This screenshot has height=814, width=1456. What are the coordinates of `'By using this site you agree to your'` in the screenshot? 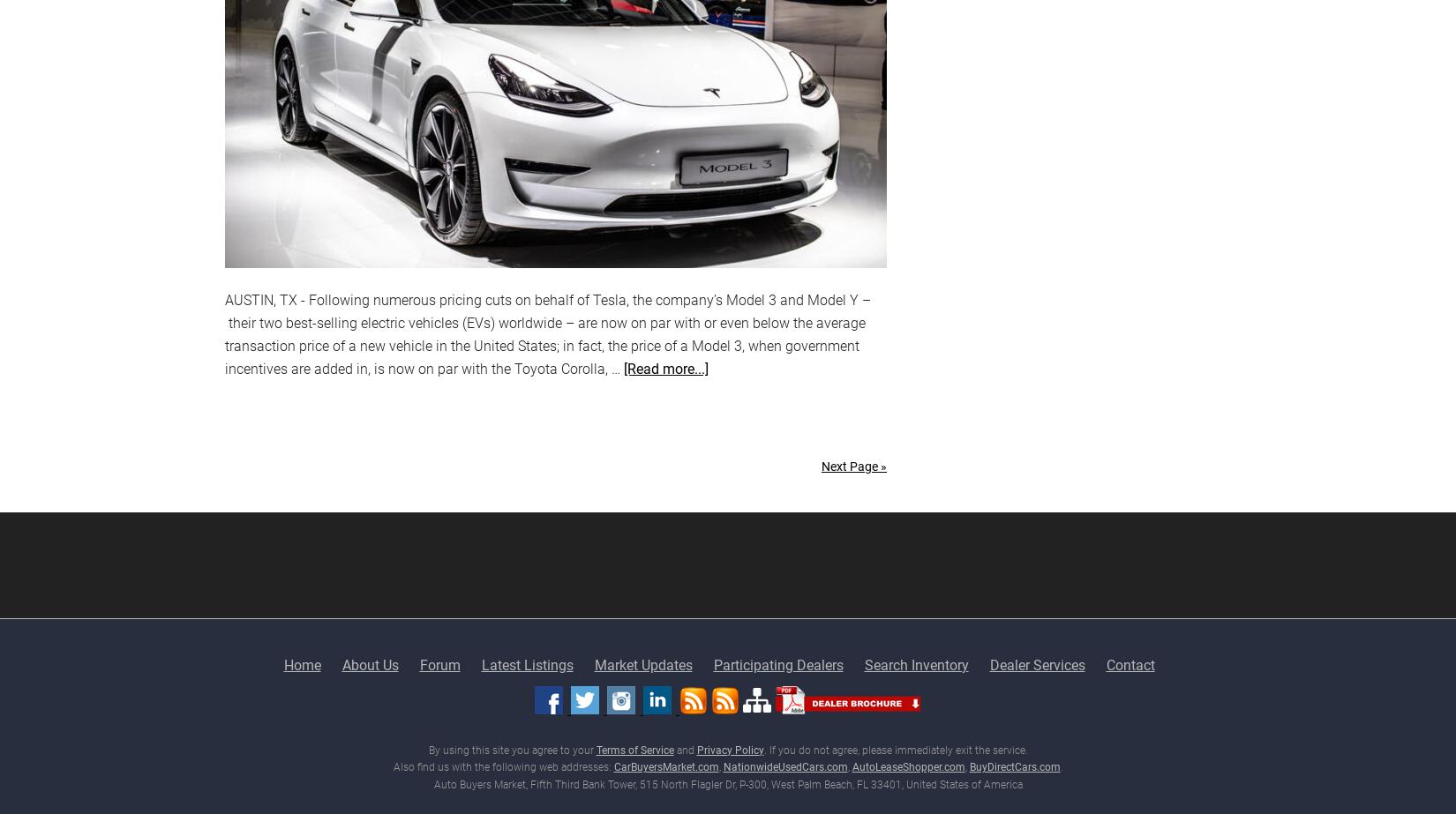 It's located at (510, 748).